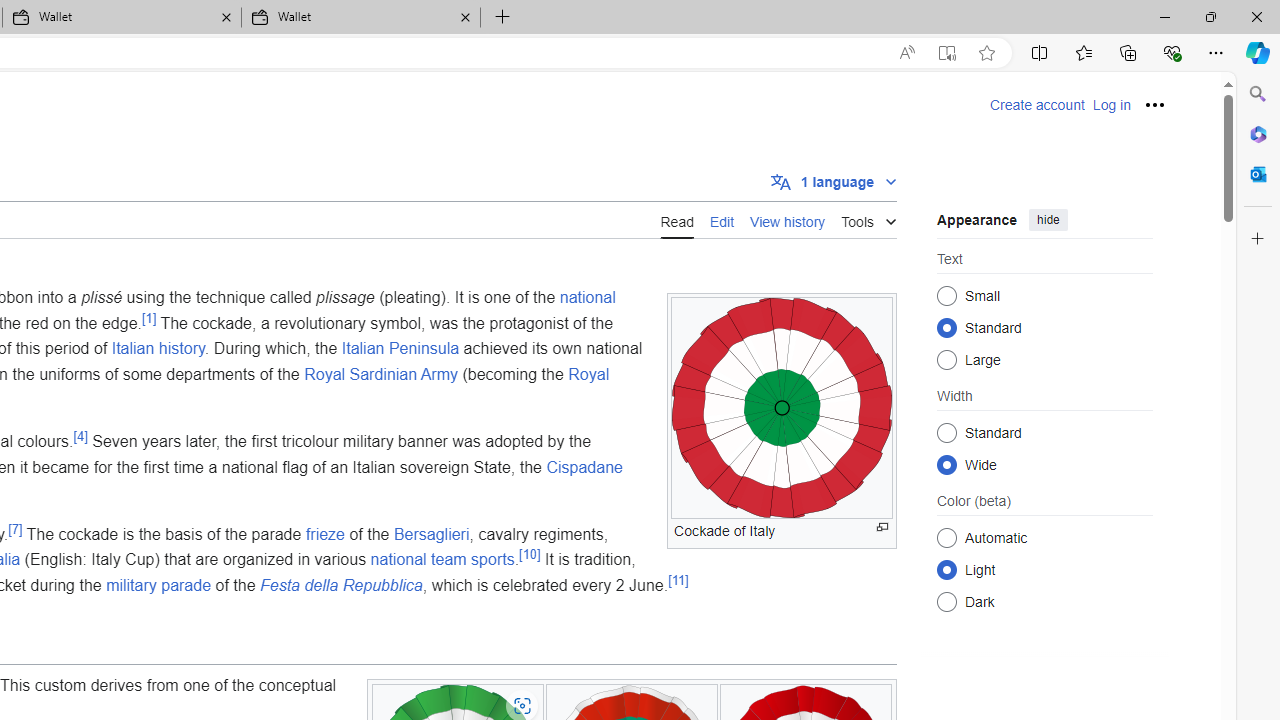 The height and width of the screenshot is (720, 1280). I want to click on '[4]', so click(80, 434).